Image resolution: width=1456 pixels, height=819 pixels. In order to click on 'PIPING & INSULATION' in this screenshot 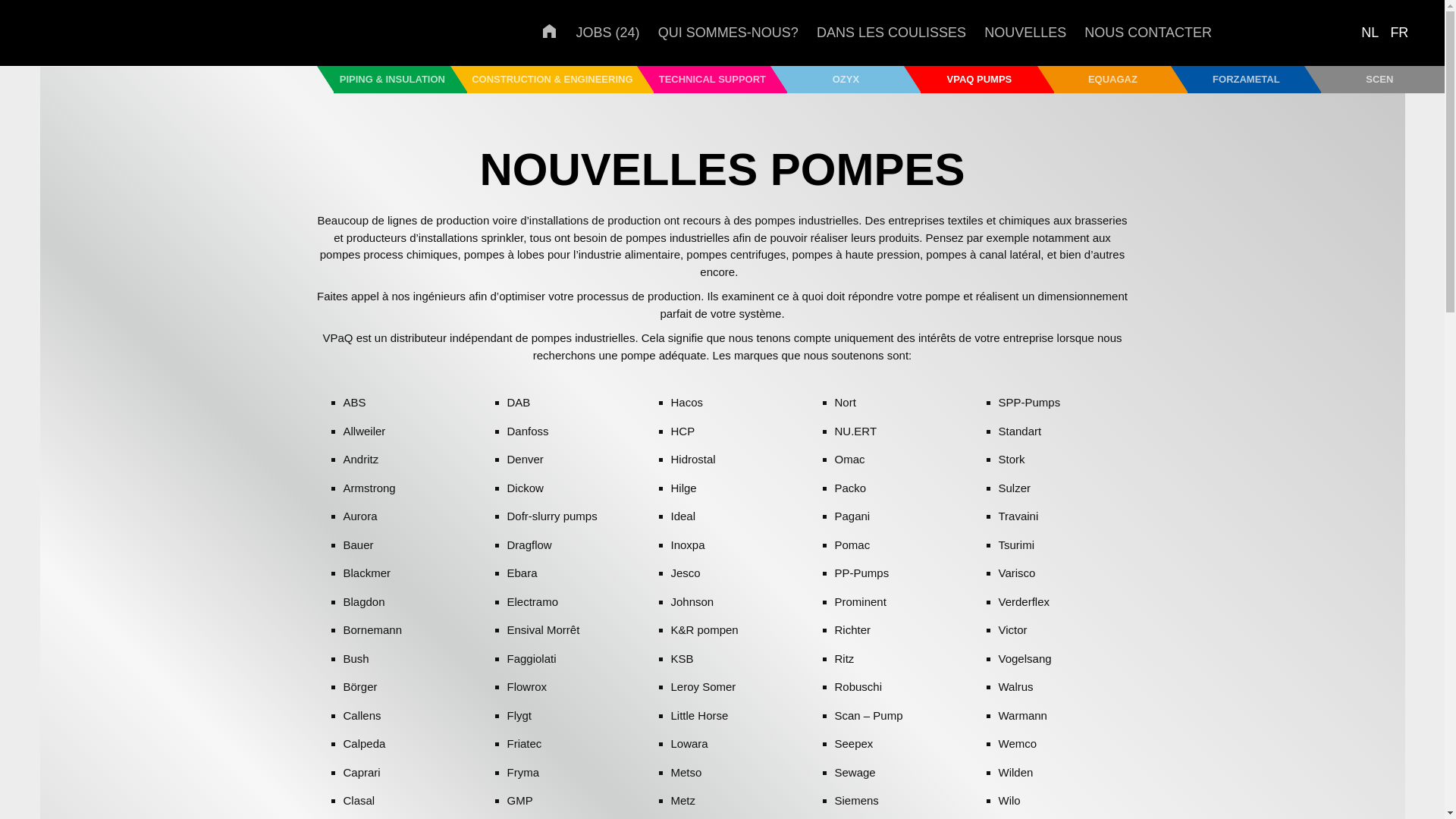, I will do `click(333, 79)`.